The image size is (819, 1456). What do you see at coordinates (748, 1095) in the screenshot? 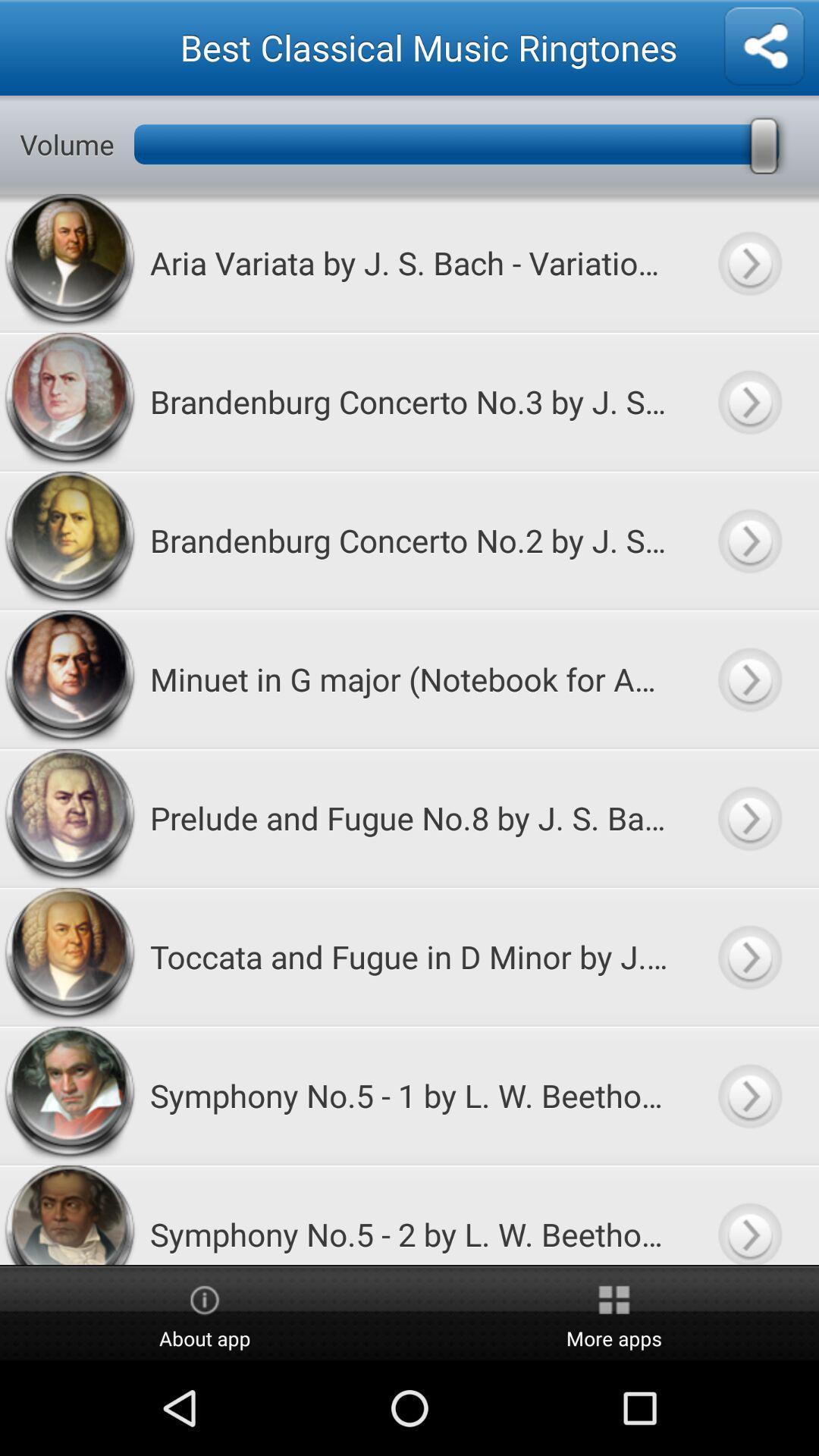
I see `ringtone` at bounding box center [748, 1095].